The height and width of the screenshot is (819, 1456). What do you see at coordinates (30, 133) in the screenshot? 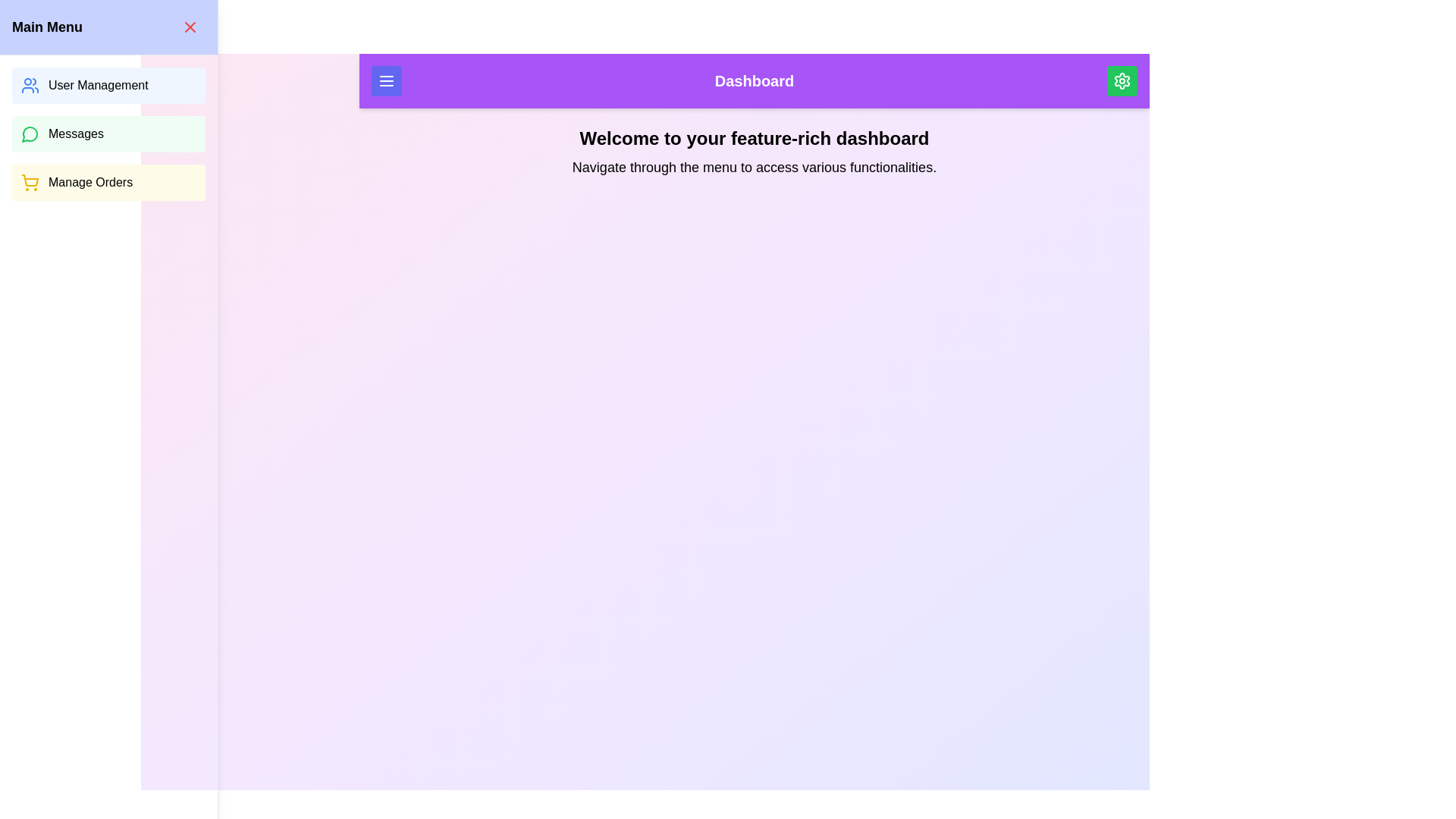
I see `the speech bubble icon with a green outline located in the 'Messages' menu option, which represents communication or conversations` at bounding box center [30, 133].